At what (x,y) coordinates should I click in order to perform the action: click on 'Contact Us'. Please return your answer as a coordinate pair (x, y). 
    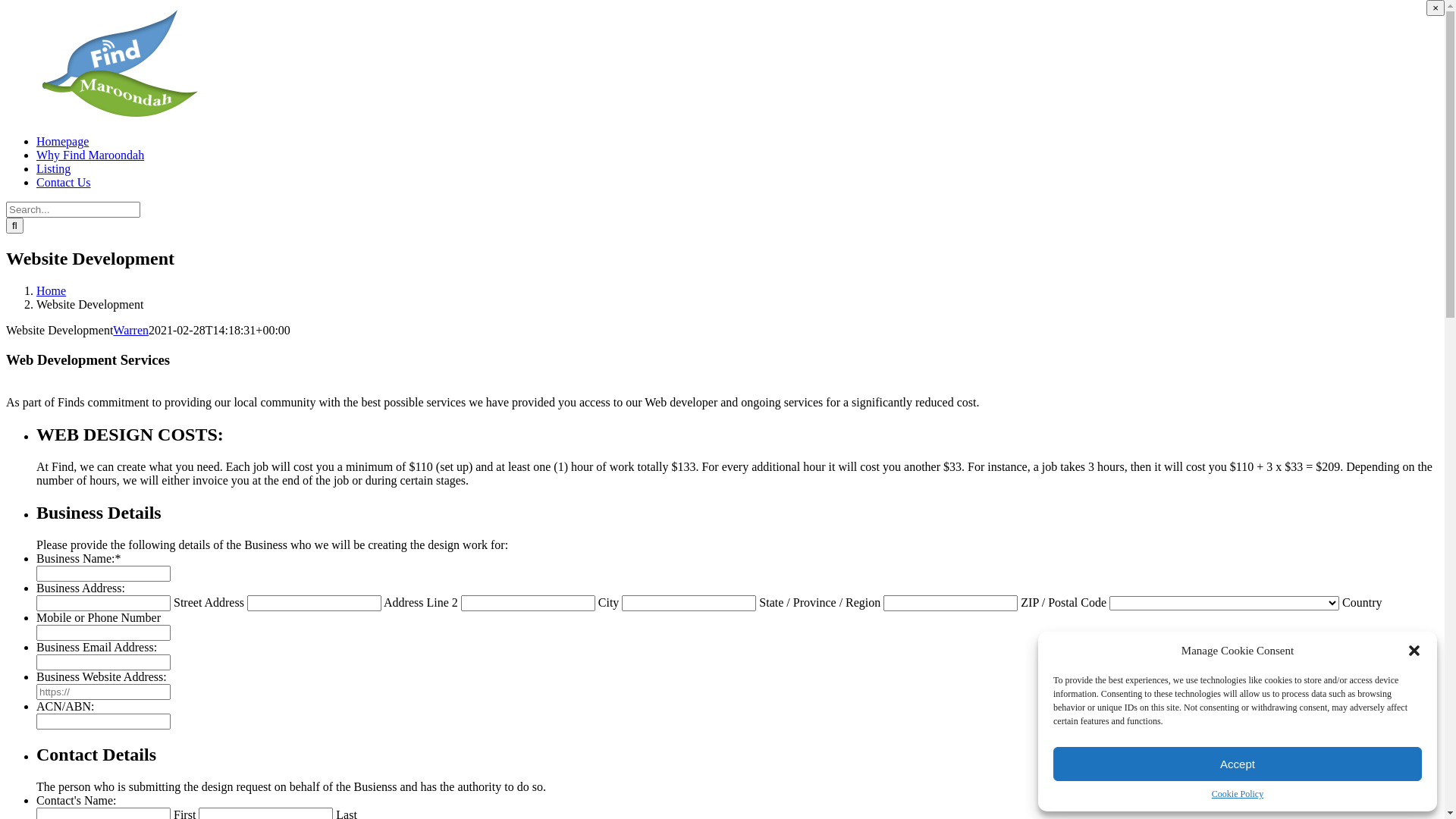
    Looking at the image, I should click on (62, 181).